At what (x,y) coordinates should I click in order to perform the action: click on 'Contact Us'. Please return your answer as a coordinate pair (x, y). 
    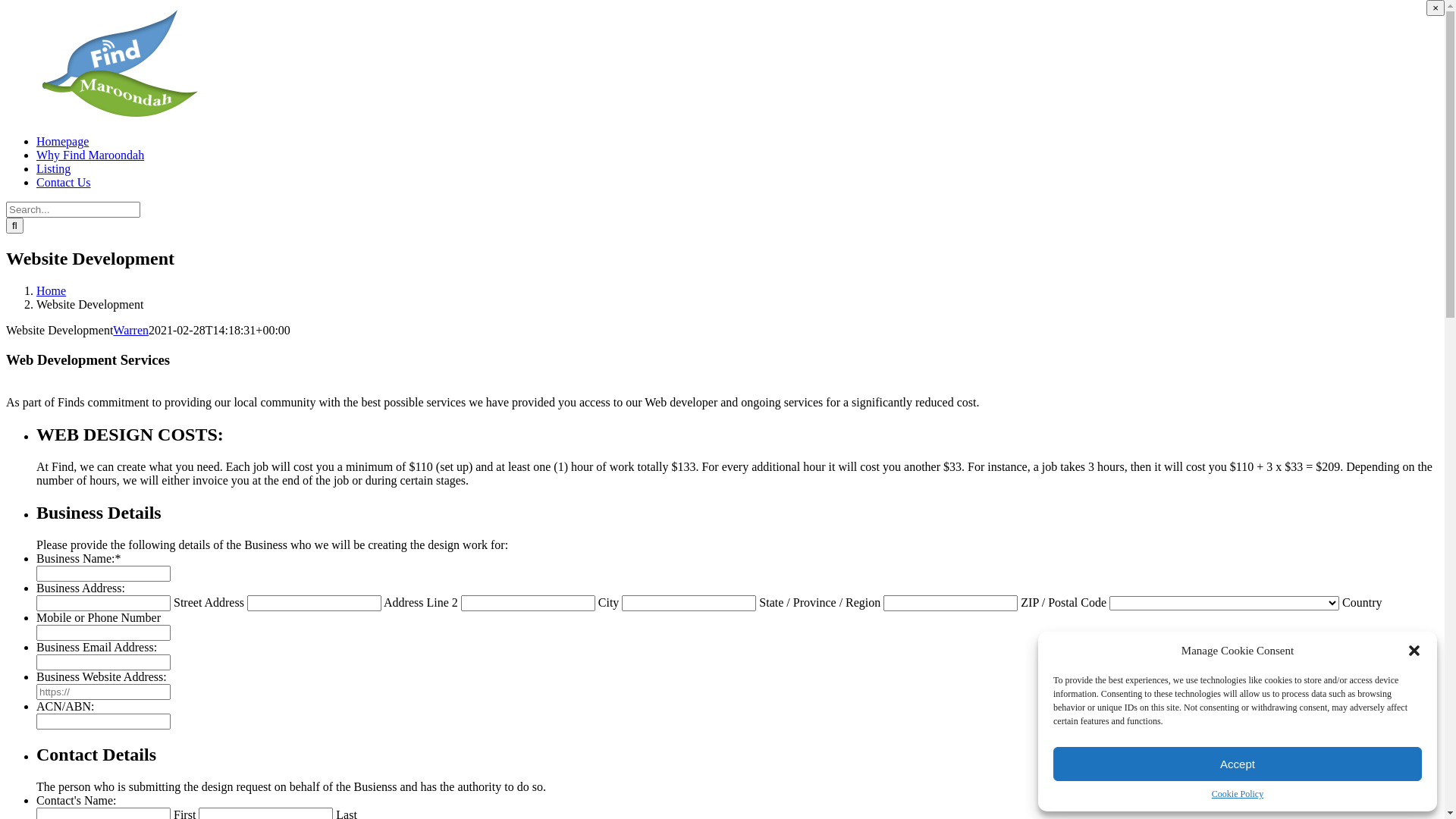
    Looking at the image, I should click on (62, 181).